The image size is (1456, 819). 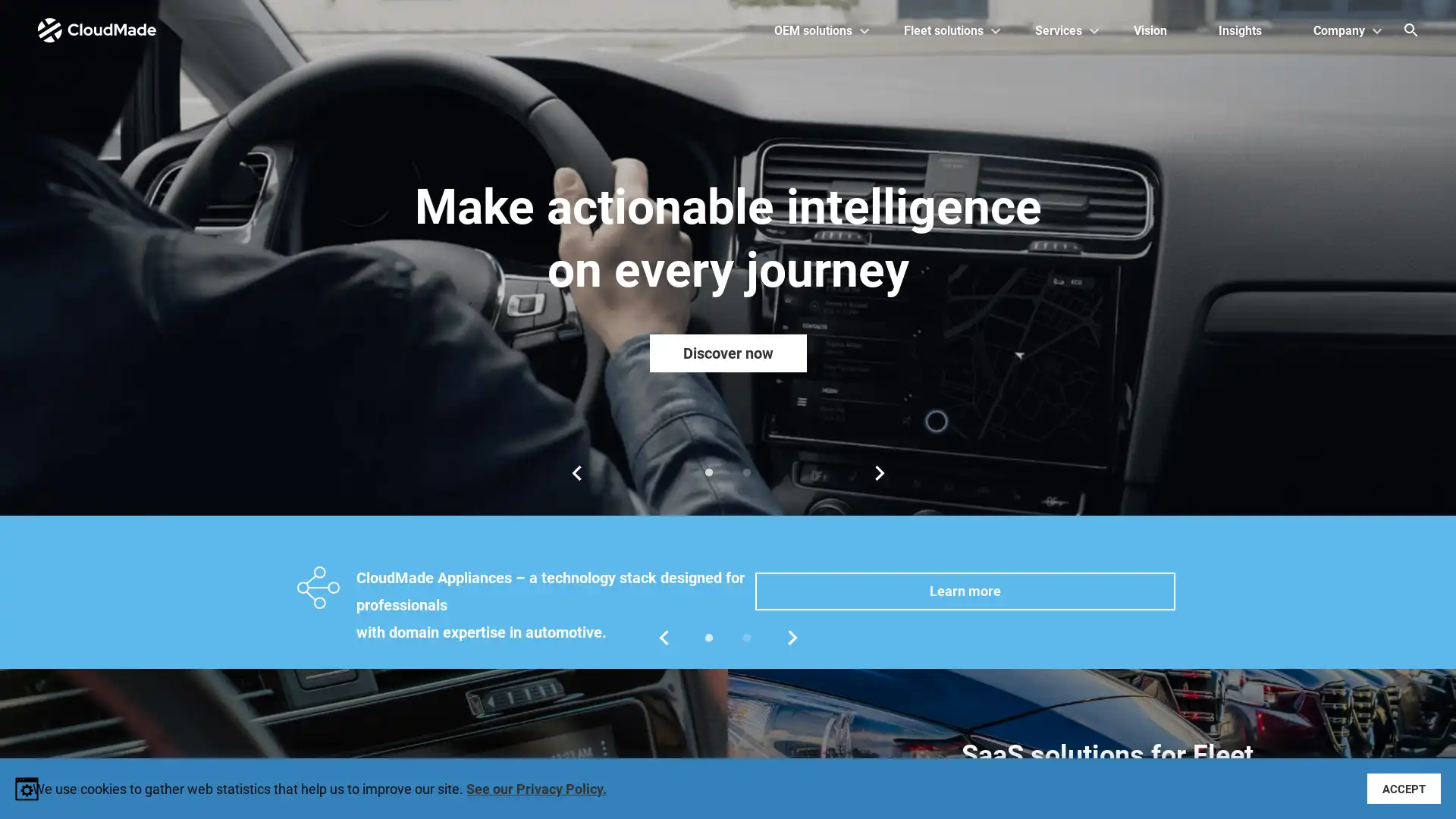 What do you see at coordinates (575, 472) in the screenshot?
I see `Previous` at bounding box center [575, 472].